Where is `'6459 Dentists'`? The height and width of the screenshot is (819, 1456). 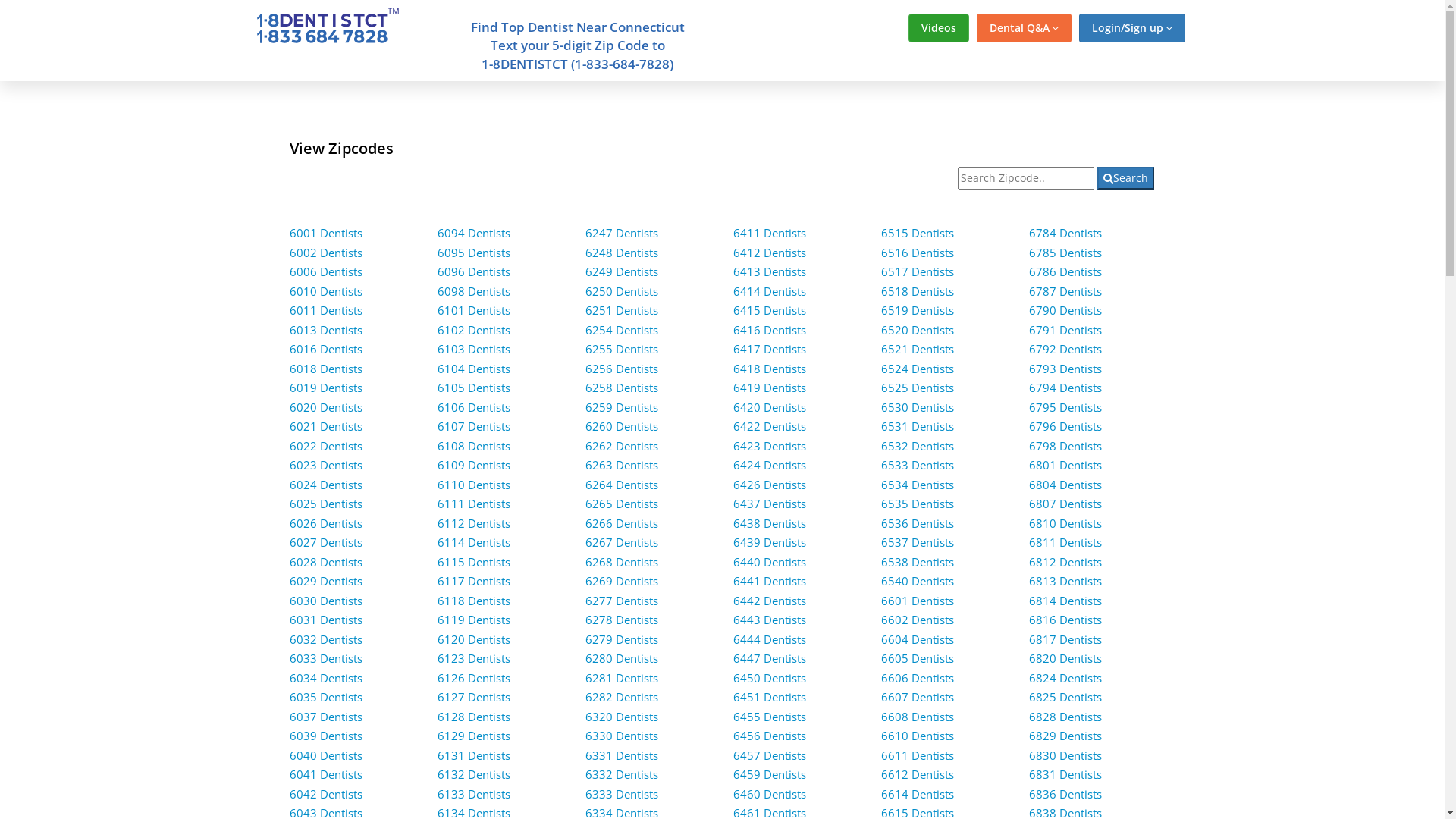 '6459 Dentists' is located at coordinates (733, 774).